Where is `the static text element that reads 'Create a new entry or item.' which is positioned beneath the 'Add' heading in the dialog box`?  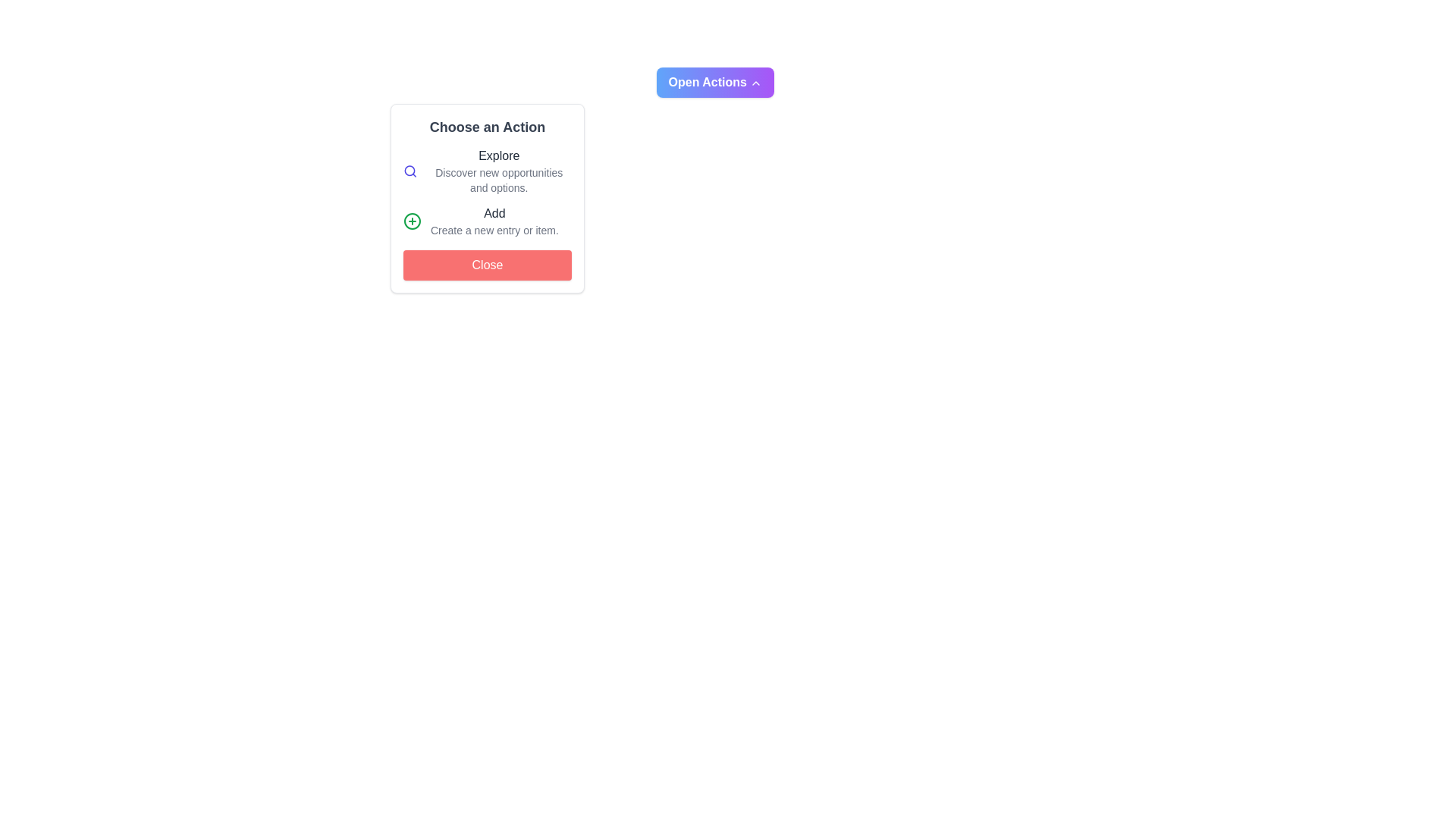
the static text element that reads 'Create a new entry or item.' which is positioned beneath the 'Add' heading in the dialog box is located at coordinates (494, 231).